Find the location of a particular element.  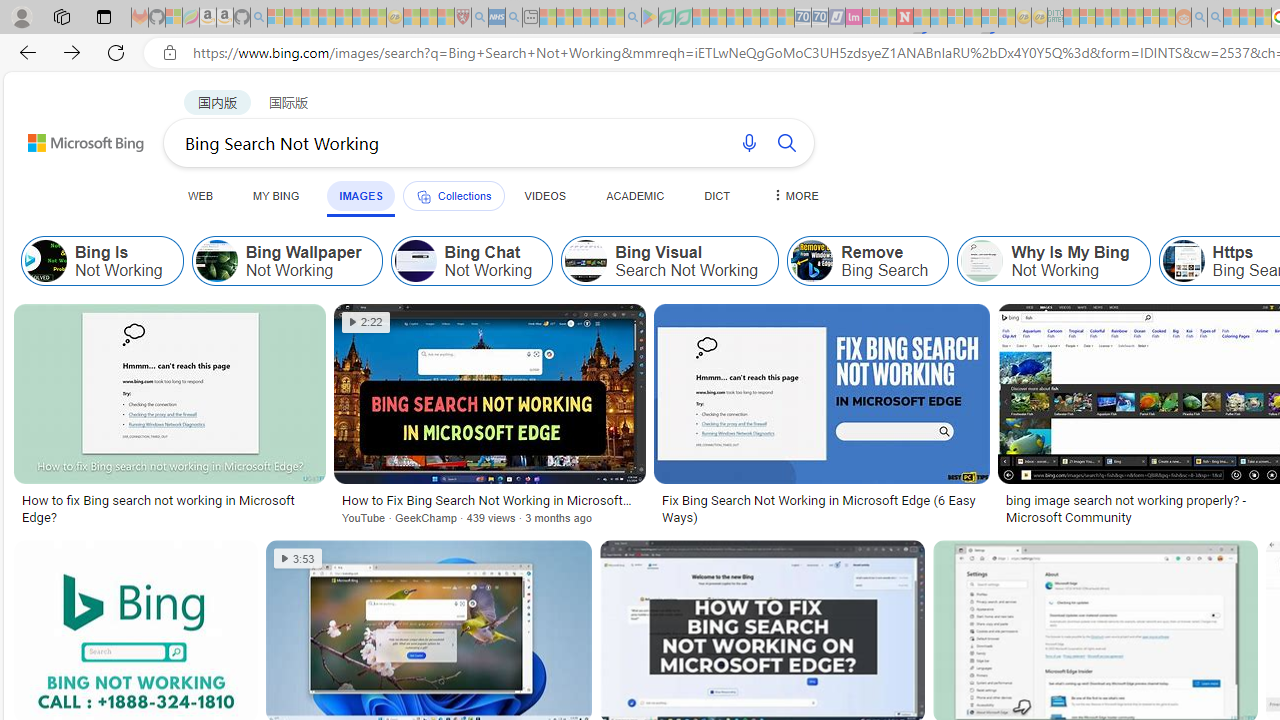

'MORE' is located at coordinates (792, 195).